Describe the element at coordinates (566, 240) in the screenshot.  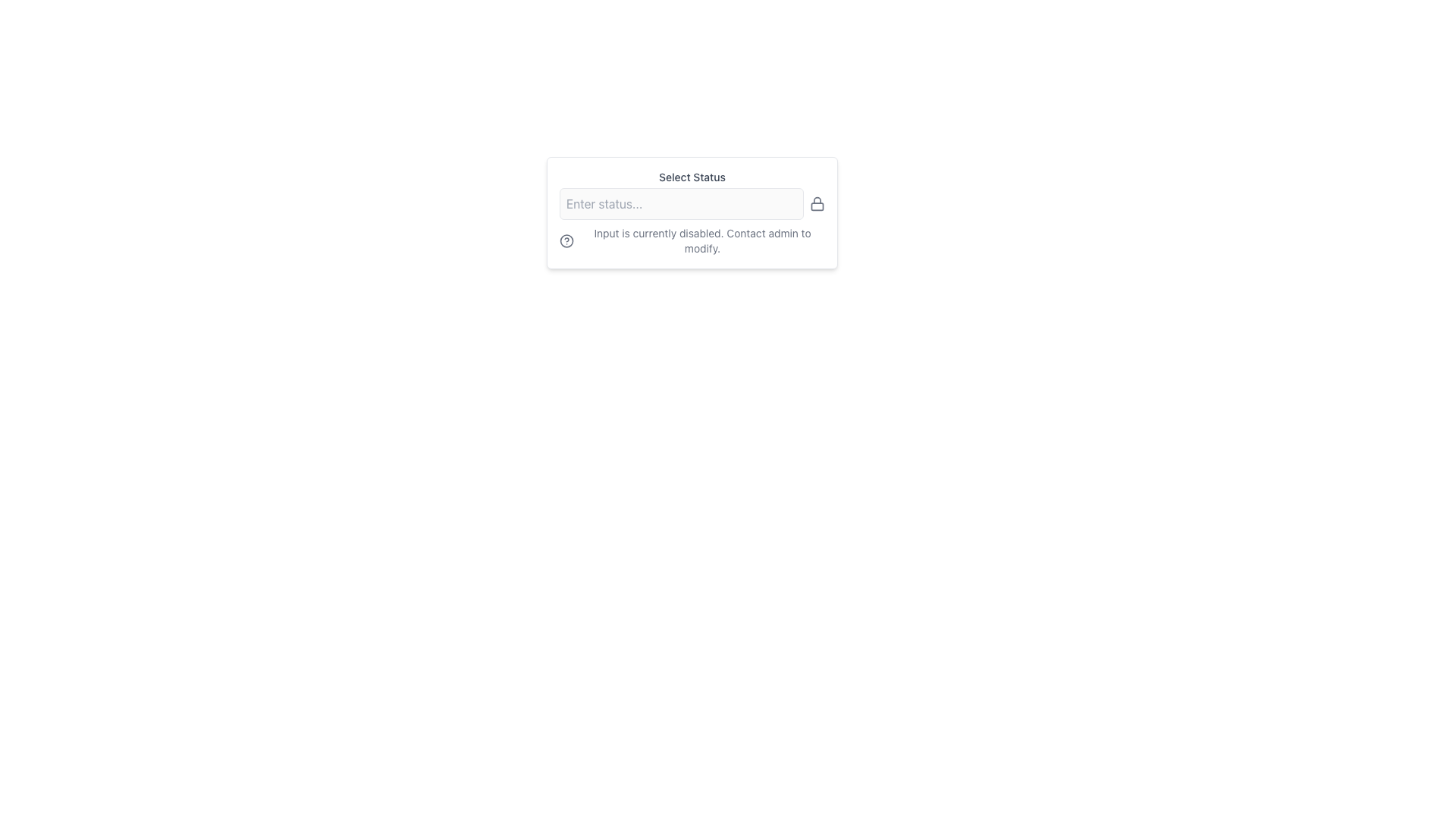
I see `the SVG Circle that visually represents the help icon related to the input field, which is centrally aligned within the 'Input Help' SVG element` at that location.